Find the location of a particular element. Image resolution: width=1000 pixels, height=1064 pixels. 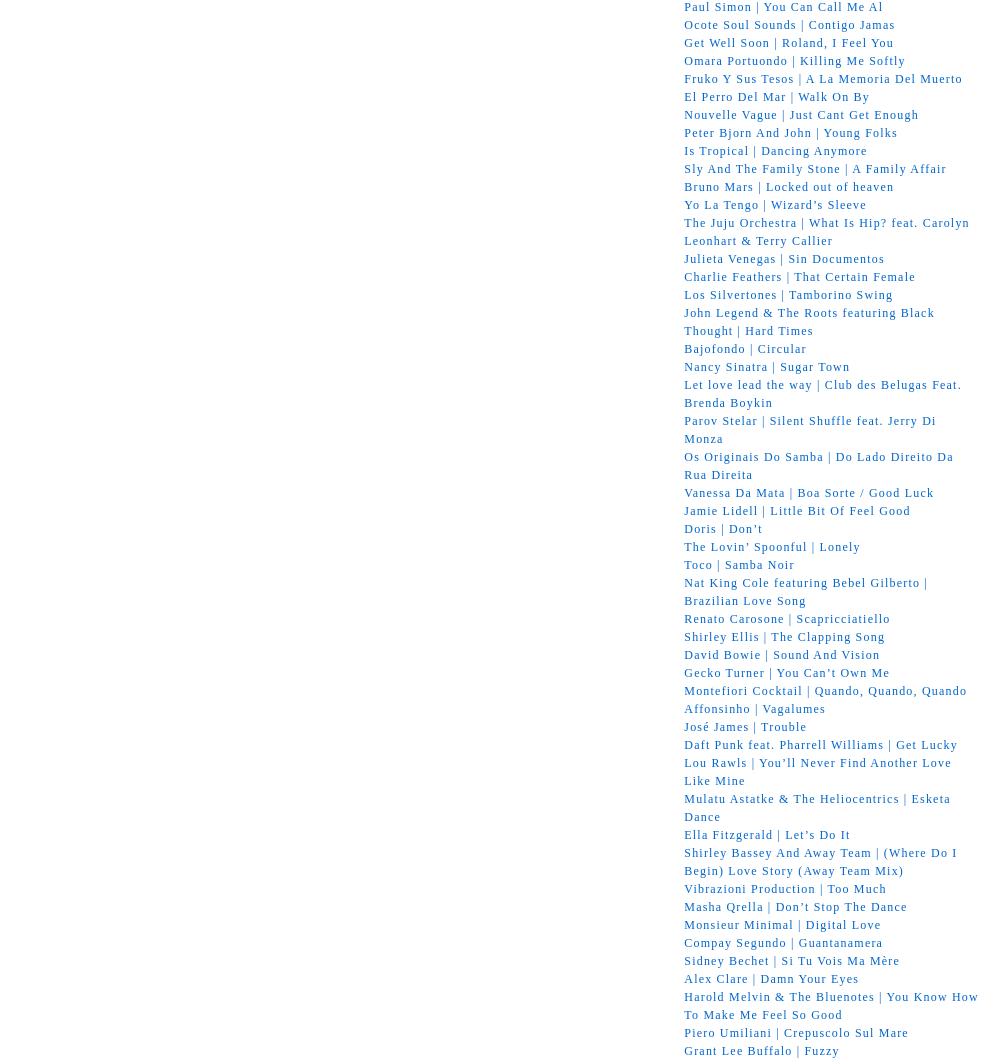

'Daft Punk feat. Pharrell Williams | Get Lucky' is located at coordinates (819, 743).